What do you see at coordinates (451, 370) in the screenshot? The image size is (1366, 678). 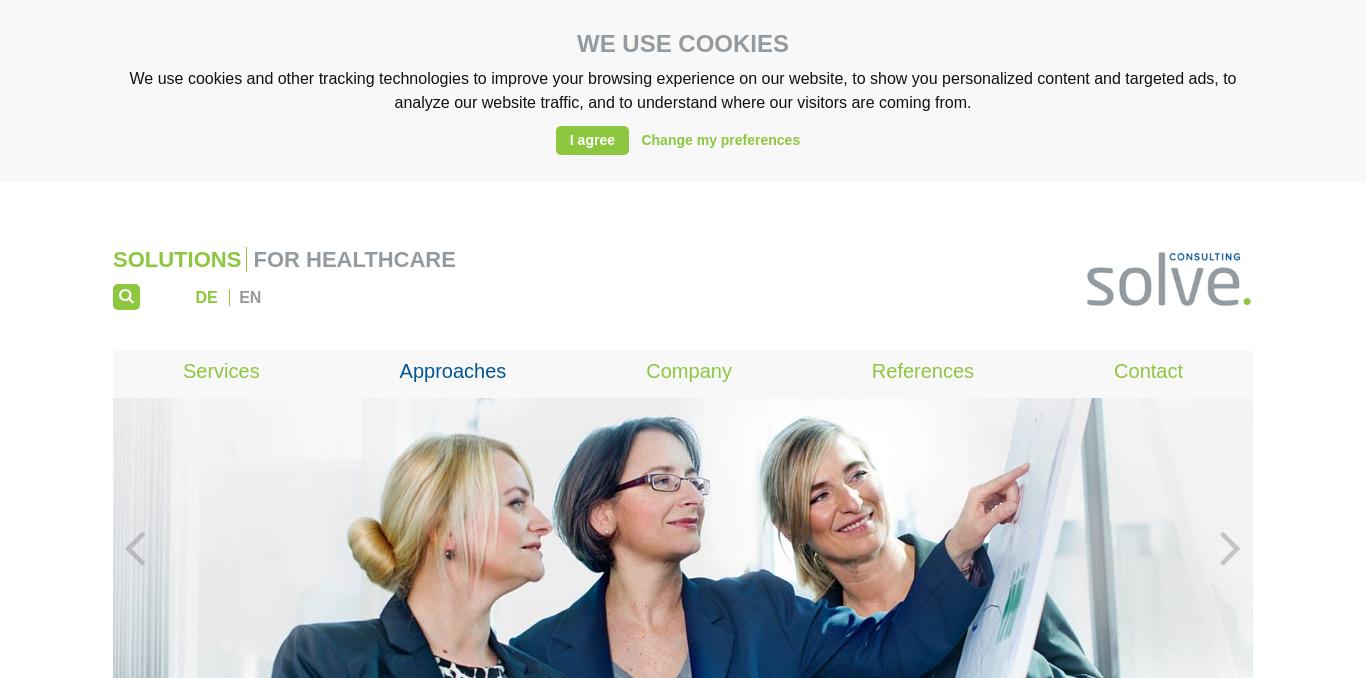 I see `'Approaches'` at bounding box center [451, 370].